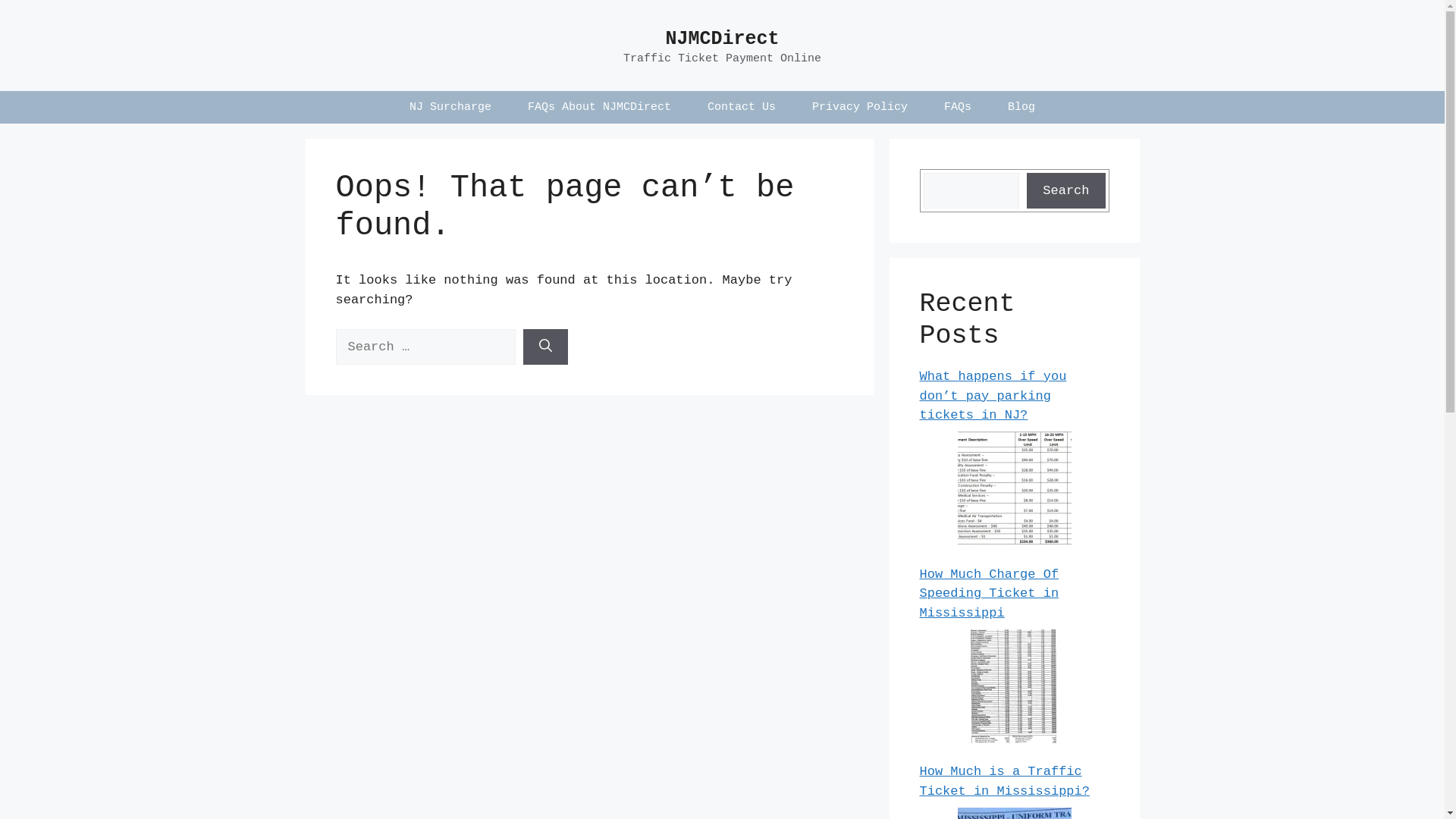 The image size is (1456, 819). I want to click on 'Privacy Policy', so click(792, 106).